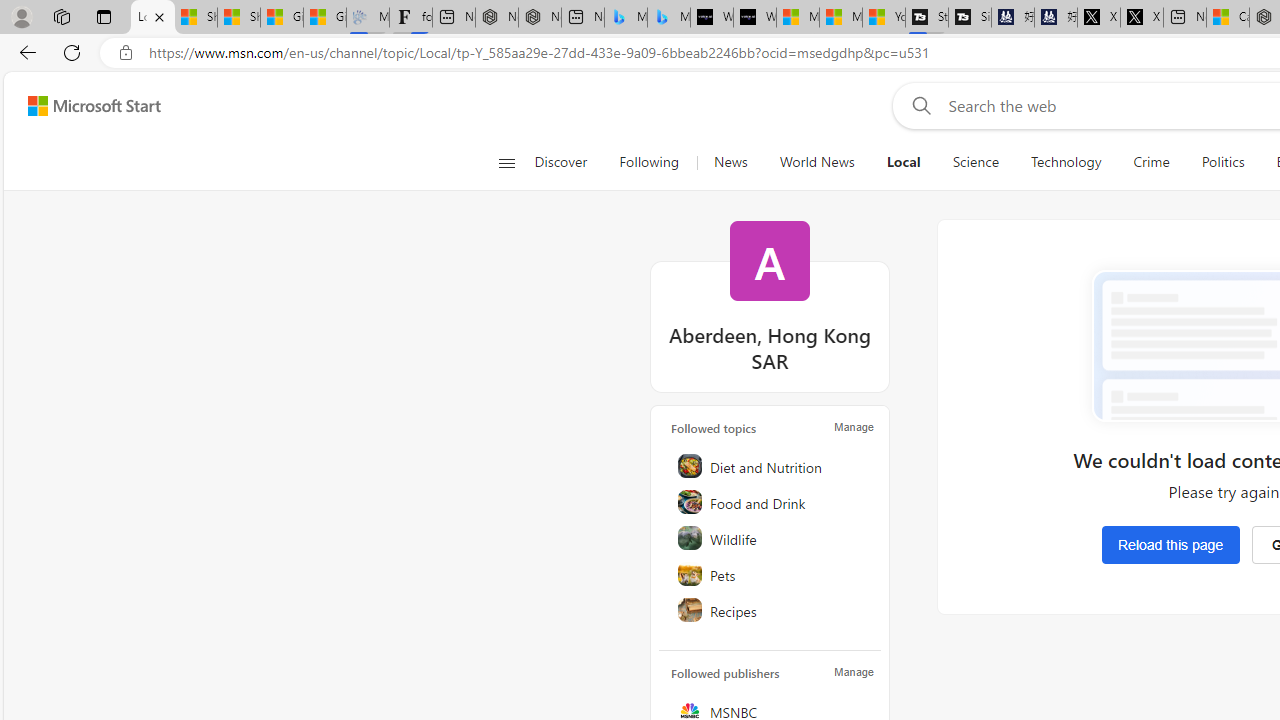 This screenshot has height=720, width=1280. I want to click on 'Science', so click(975, 162).